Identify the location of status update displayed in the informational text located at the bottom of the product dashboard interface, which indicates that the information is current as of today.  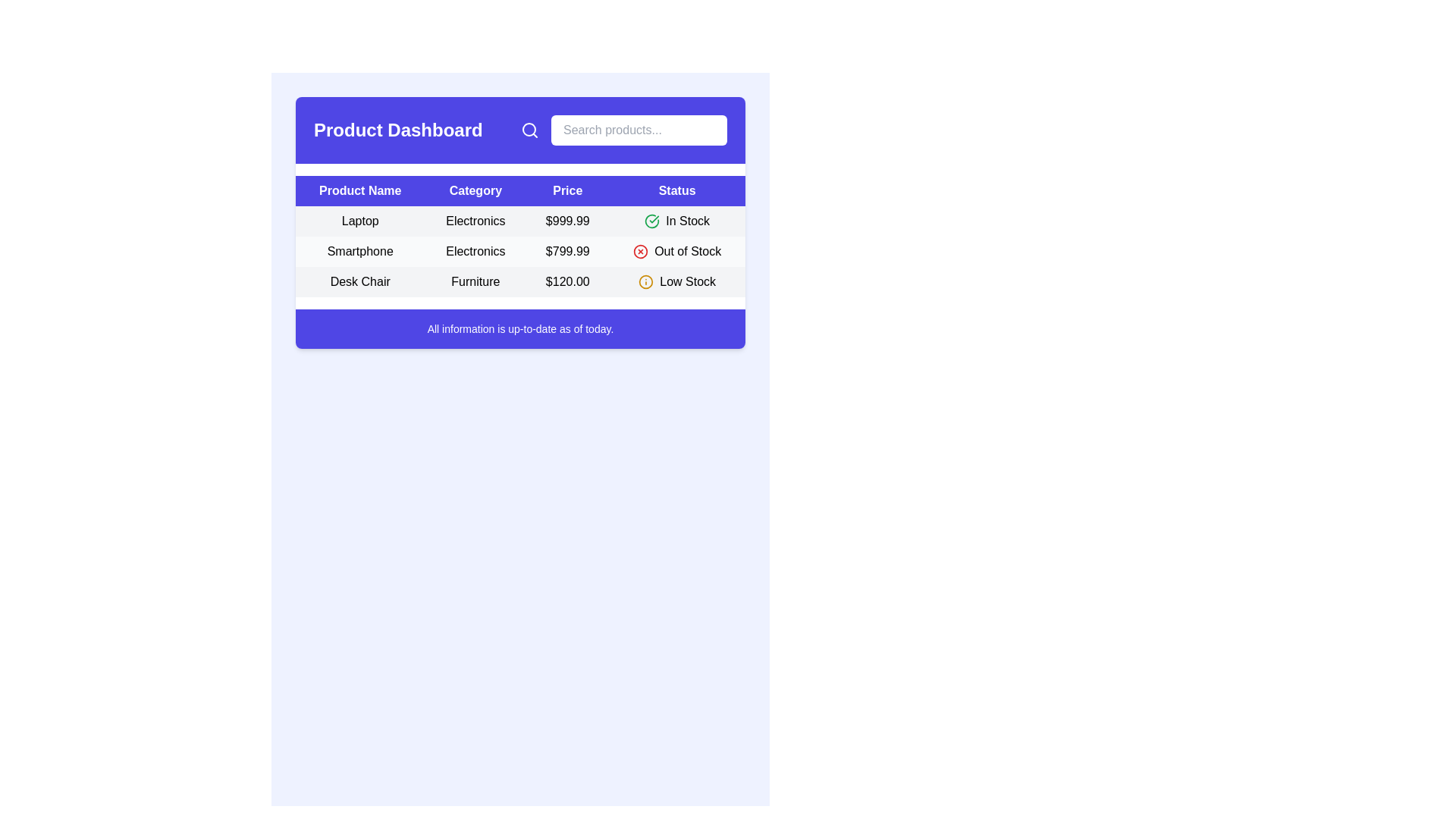
(520, 328).